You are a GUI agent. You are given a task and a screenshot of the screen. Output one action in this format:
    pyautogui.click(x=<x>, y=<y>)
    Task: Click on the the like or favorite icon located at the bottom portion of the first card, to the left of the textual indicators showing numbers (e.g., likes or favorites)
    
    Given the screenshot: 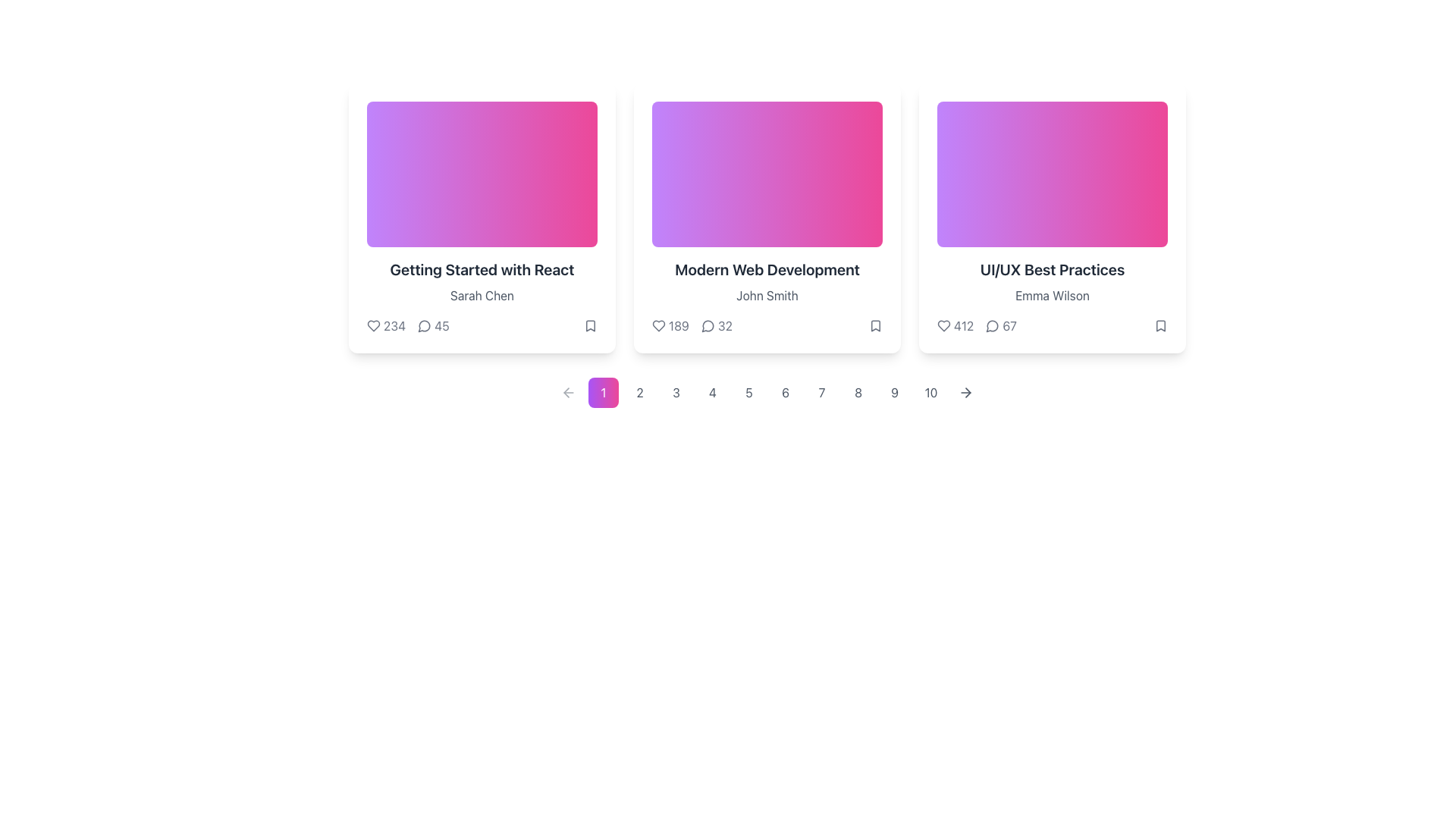 What is the action you would take?
    pyautogui.click(x=374, y=325)
    